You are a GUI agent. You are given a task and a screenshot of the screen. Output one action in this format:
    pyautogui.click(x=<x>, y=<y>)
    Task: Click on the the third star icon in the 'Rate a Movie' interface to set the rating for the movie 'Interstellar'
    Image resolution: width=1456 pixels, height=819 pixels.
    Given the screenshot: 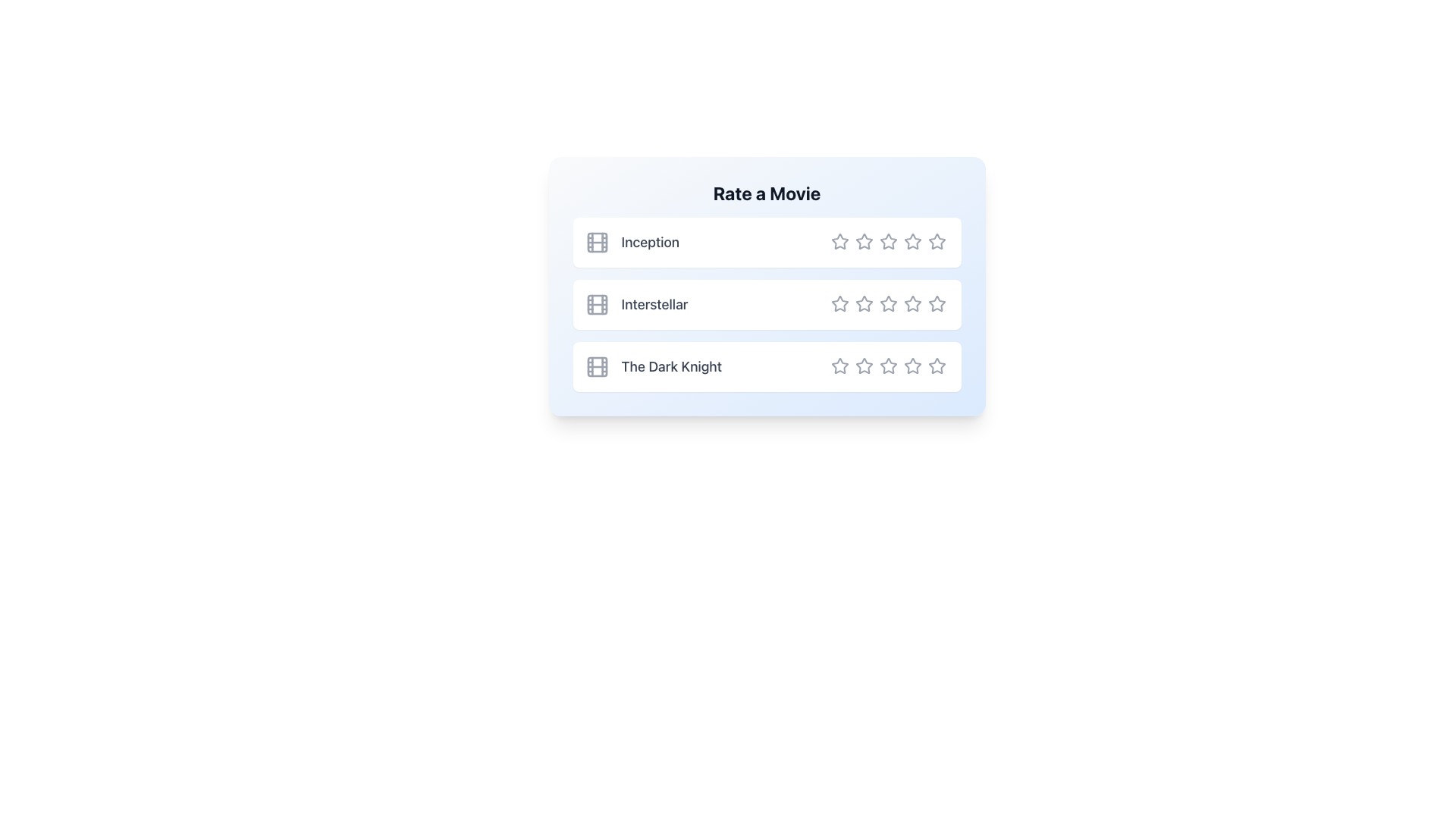 What is the action you would take?
    pyautogui.click(x=863, y=303)
    